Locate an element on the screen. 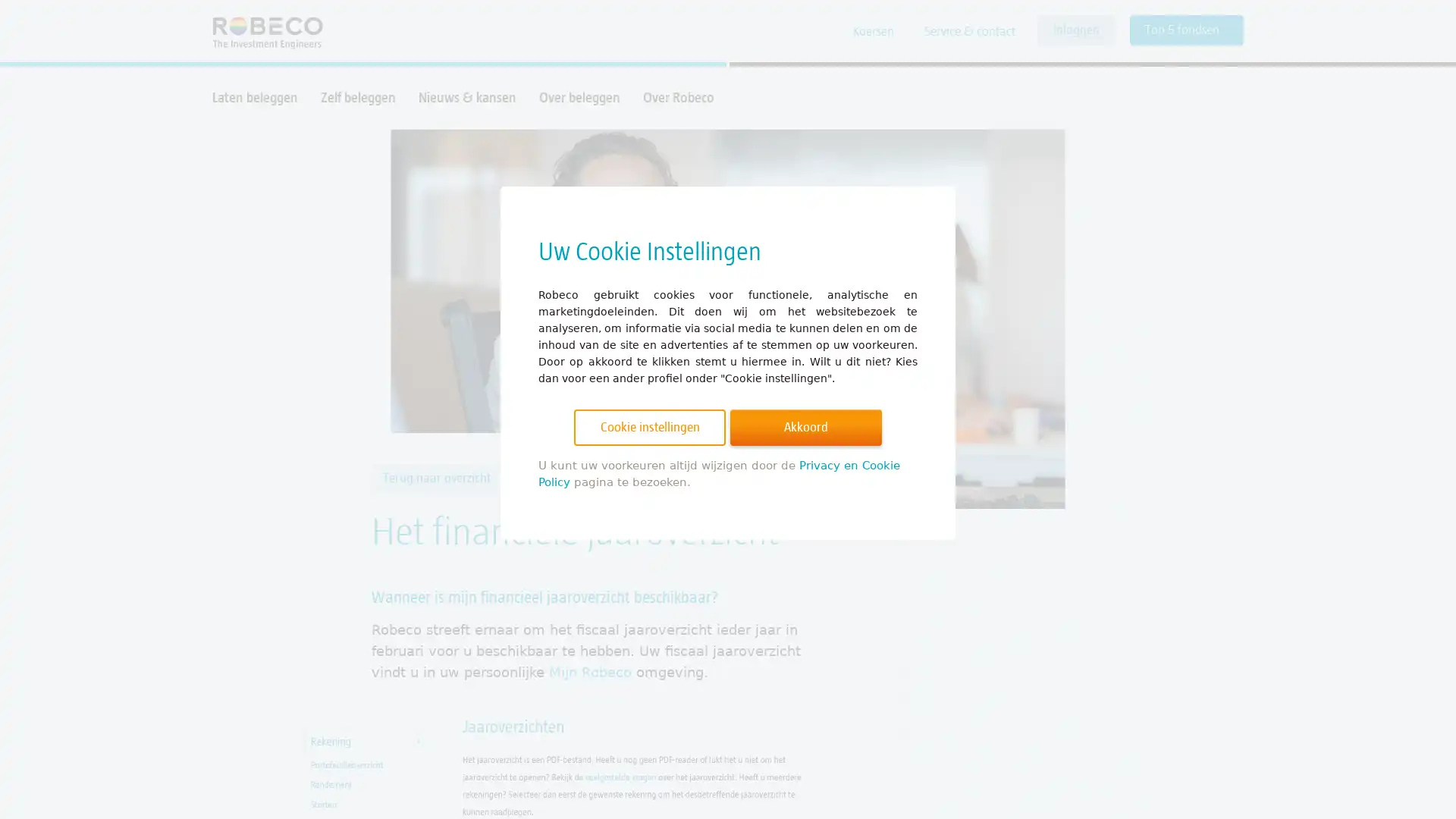 The width and height of the screenshot is (1456, 819). Inloggen is located at coordinates (1075, 30).